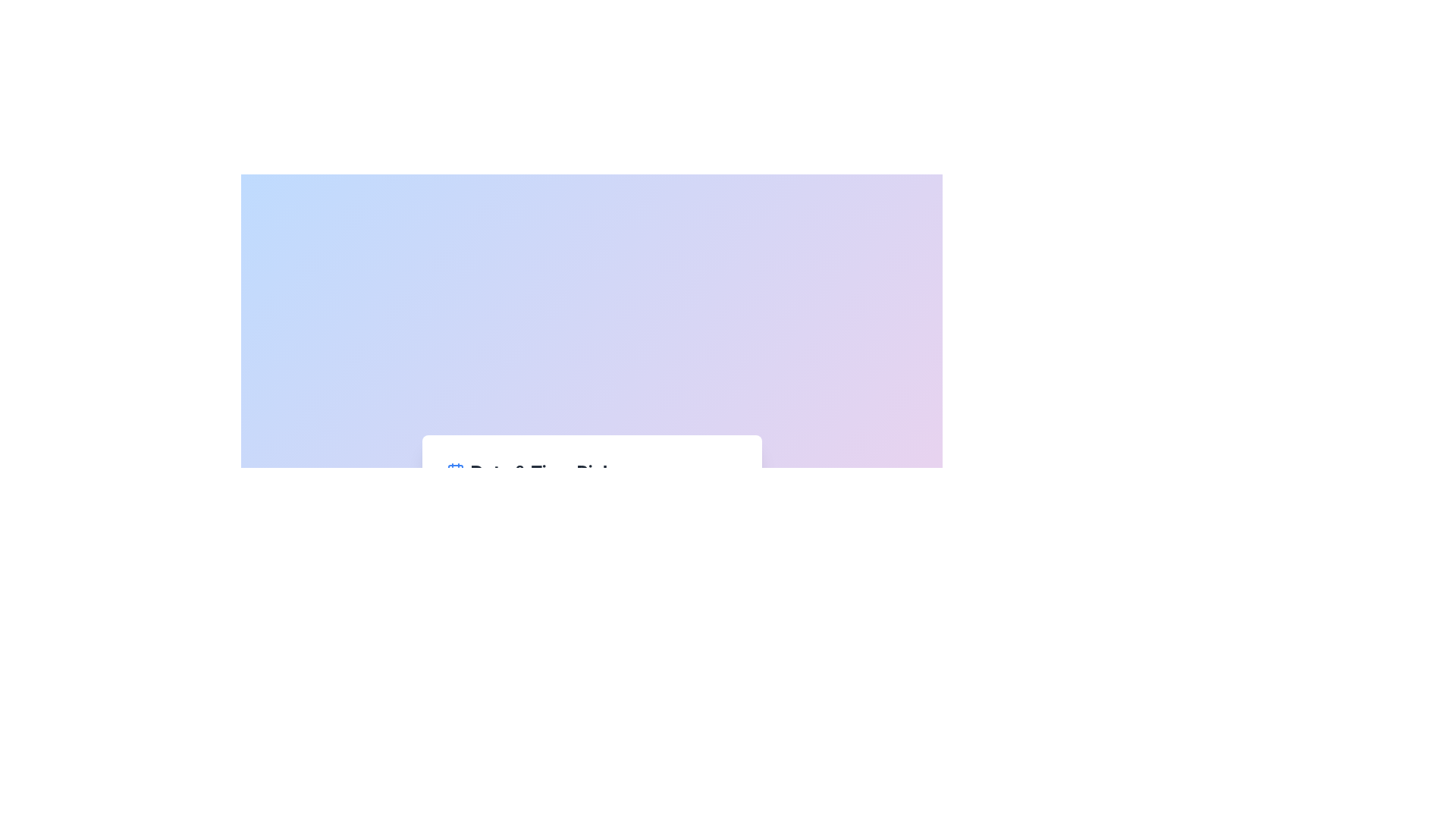 This screenshot has height=819, width=1456. I want to click on the graphical component representing the main body of the calendar icon, which is located beneath the two vertical lines and above a horizontal line within the calendar on the card interface, so click(454, 472).